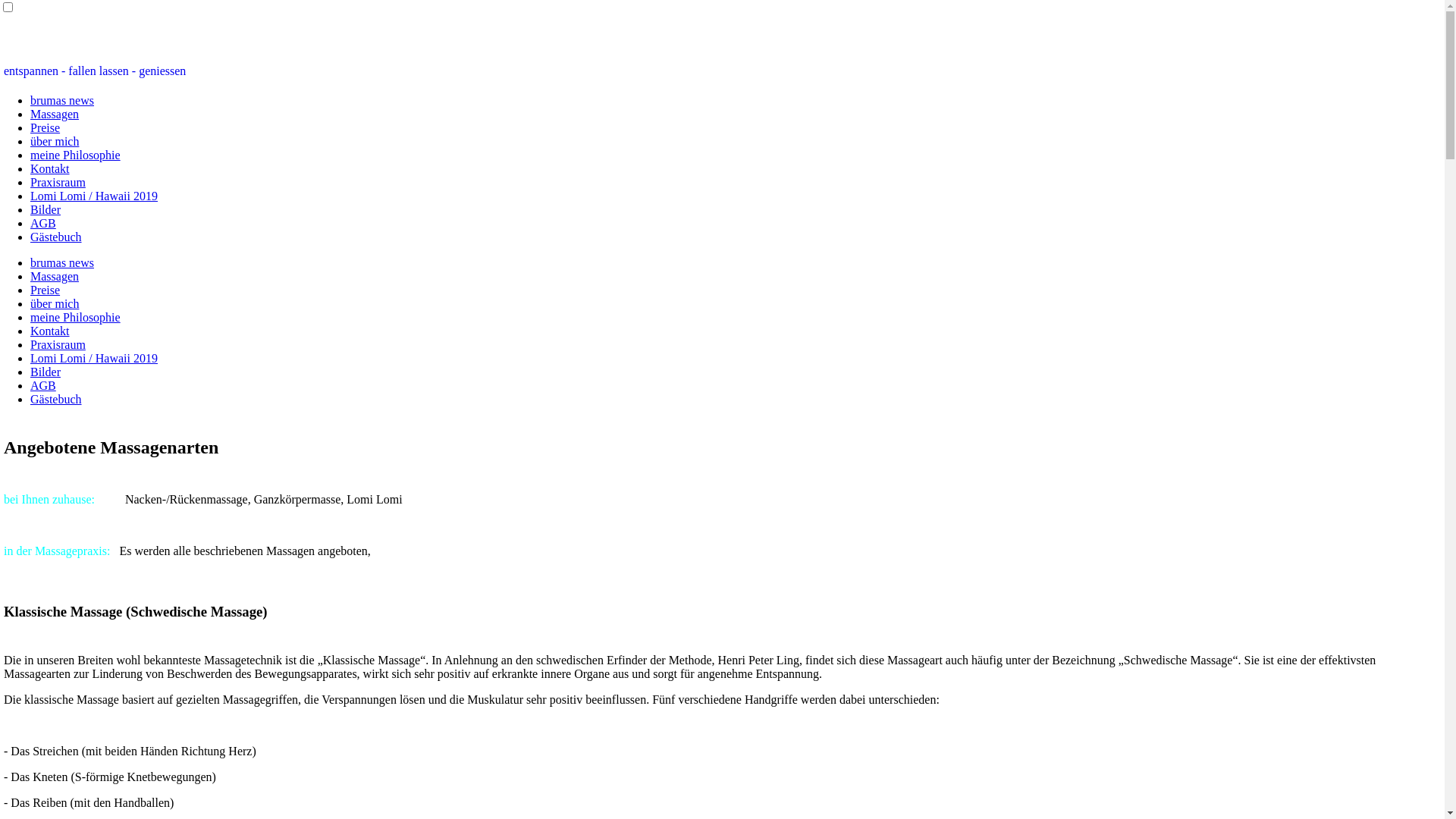 Image resolution: width=1456 pixels, height=819 pixels. I want to click on 'Preise', so click(45, 290).